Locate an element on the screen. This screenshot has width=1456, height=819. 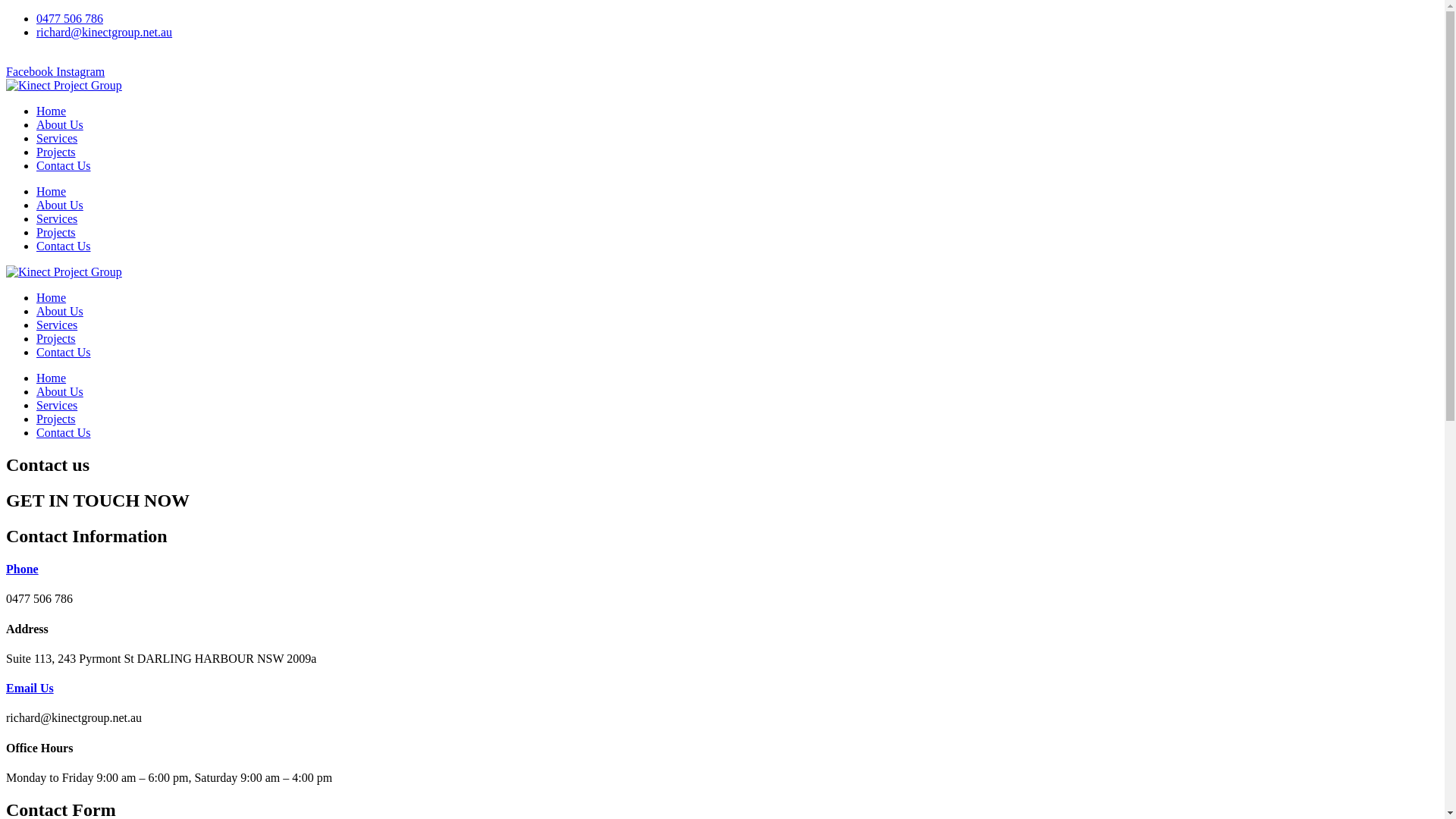
'Services' is located at coordinates (57, 138).